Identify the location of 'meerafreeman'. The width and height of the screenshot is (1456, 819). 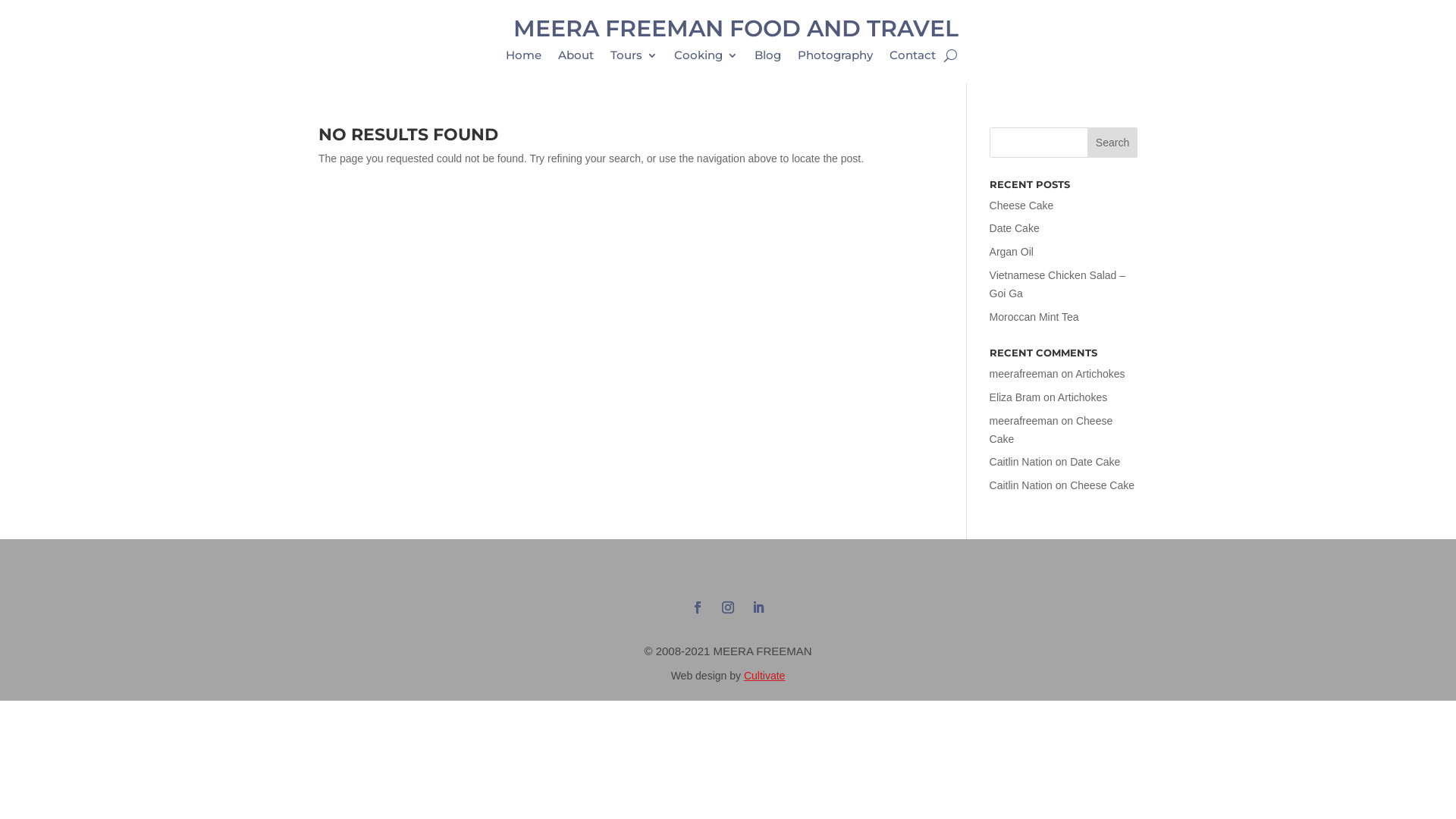
(1024, 421).